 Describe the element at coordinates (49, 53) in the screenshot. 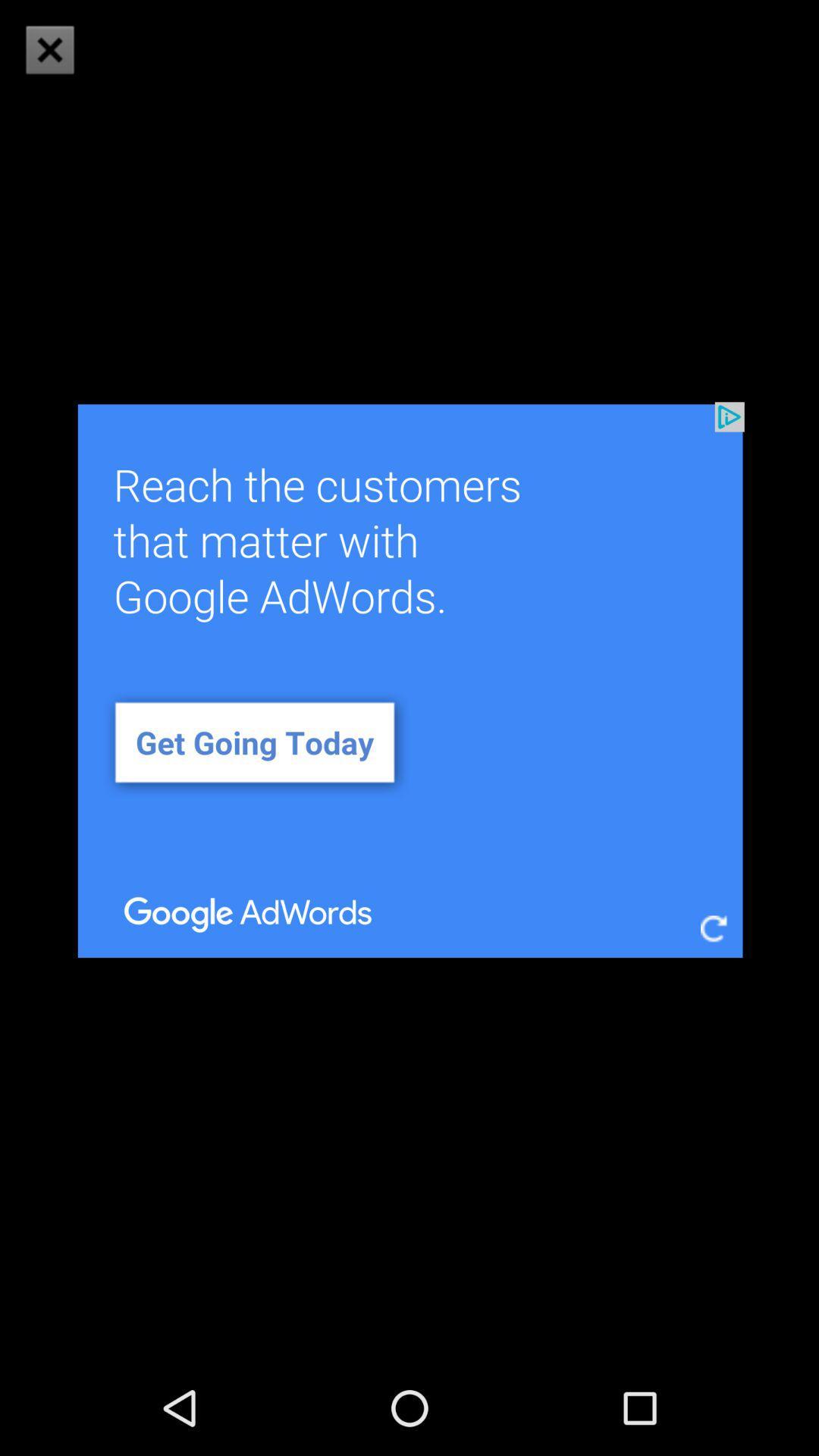

I see `the close icon` at that location.